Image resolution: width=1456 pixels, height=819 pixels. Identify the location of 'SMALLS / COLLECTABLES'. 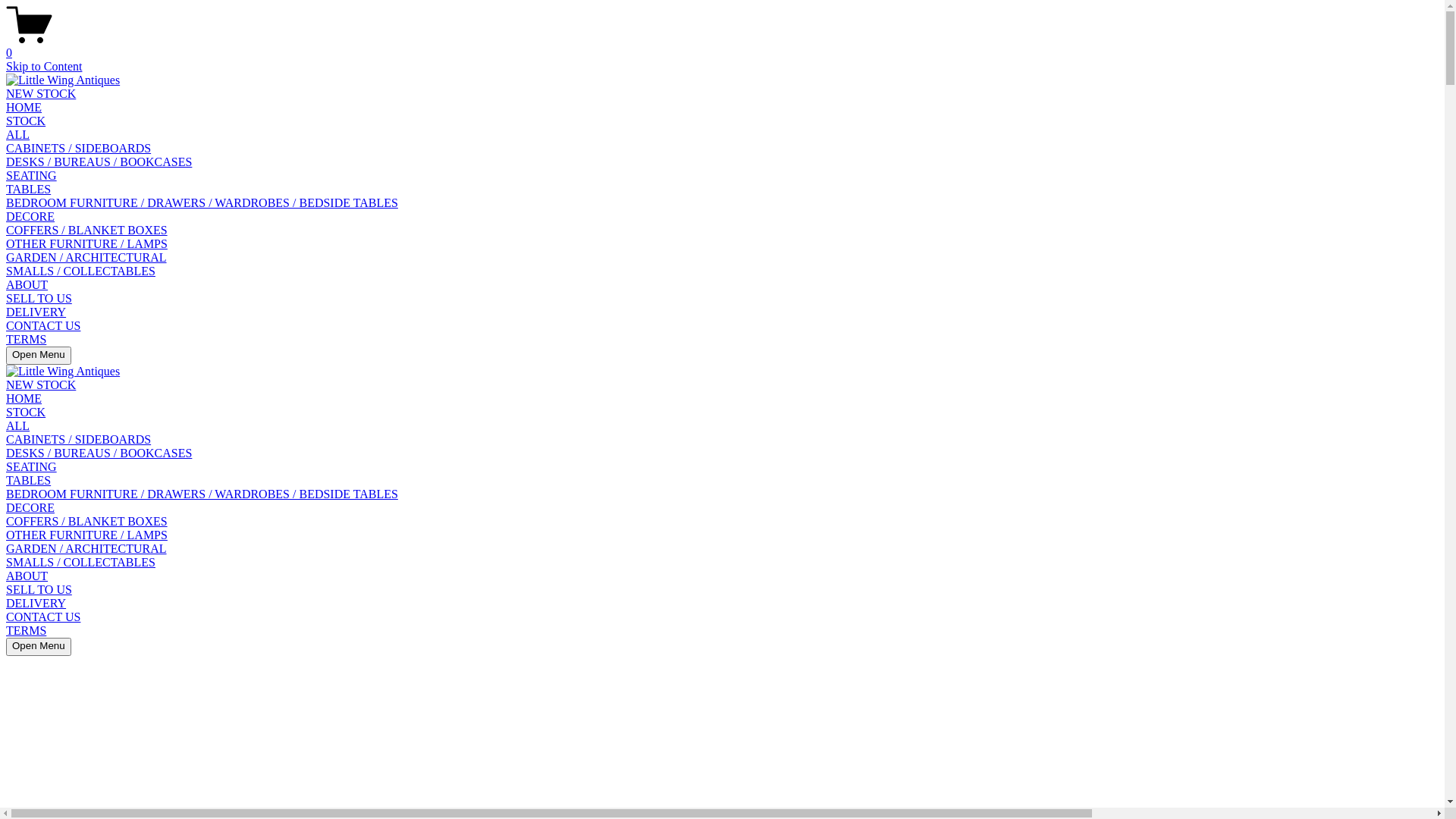
(80, 562).